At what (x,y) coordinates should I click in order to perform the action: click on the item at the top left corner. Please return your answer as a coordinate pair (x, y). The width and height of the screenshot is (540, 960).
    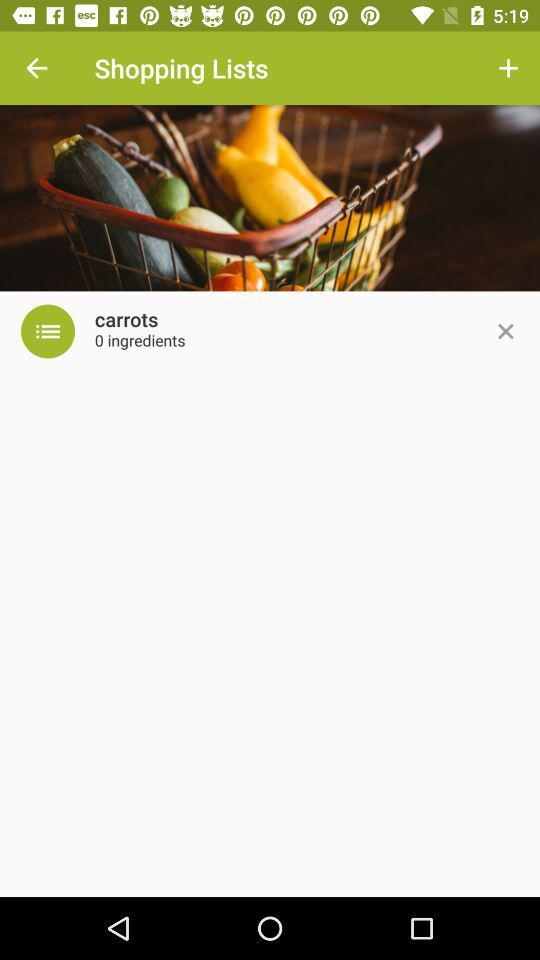
    Looking at the image, I should click on (36, 68).